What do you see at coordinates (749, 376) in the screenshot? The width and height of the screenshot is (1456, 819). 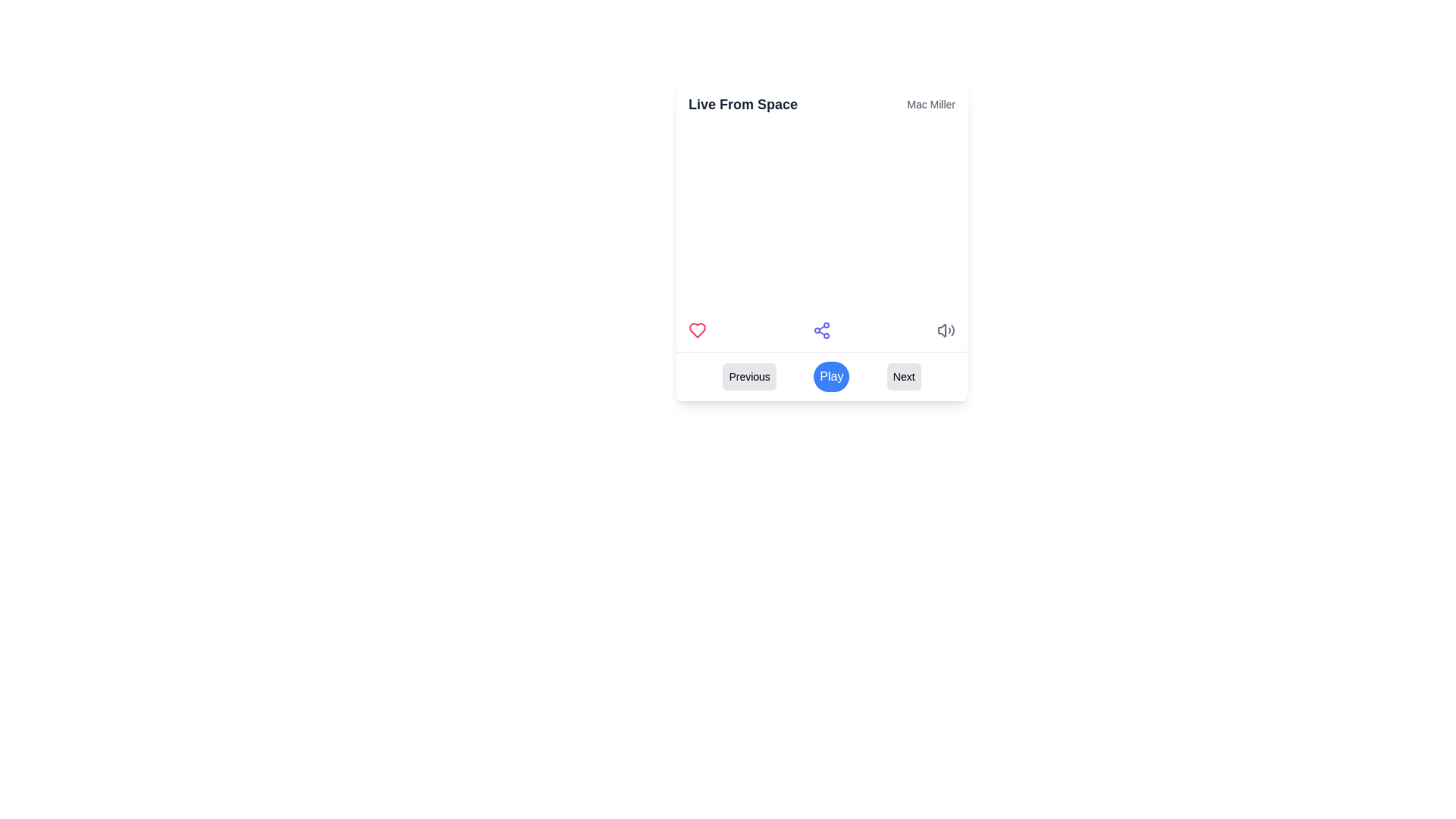 I see `the first button in the horizontal layout at the bottom of the interface` at bounding box center [749, 376].